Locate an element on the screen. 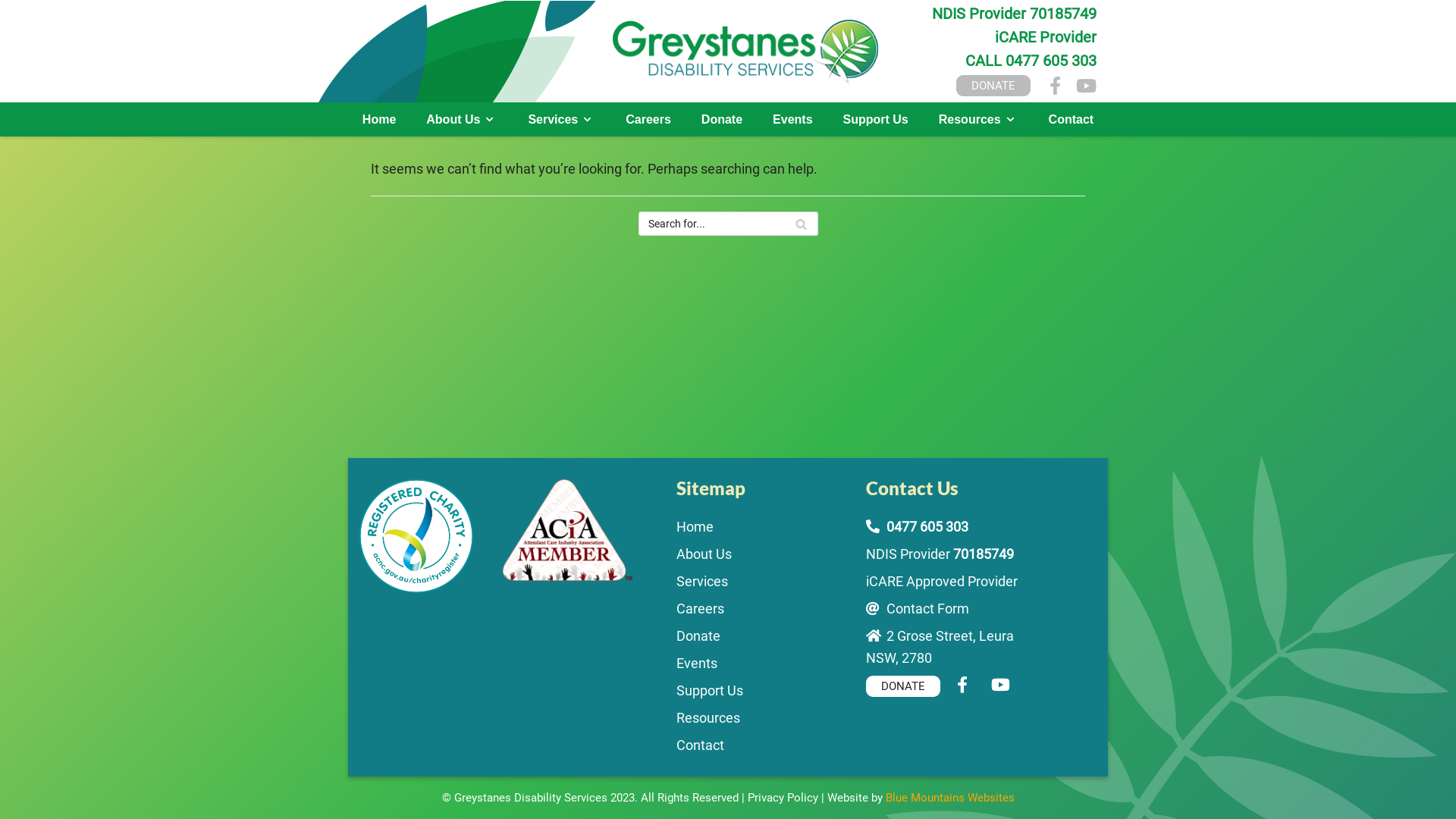 Image resolution: width=1456 pixels, height=819 pixels. 'Privacy Policy' is located at coordinates (783, 797).